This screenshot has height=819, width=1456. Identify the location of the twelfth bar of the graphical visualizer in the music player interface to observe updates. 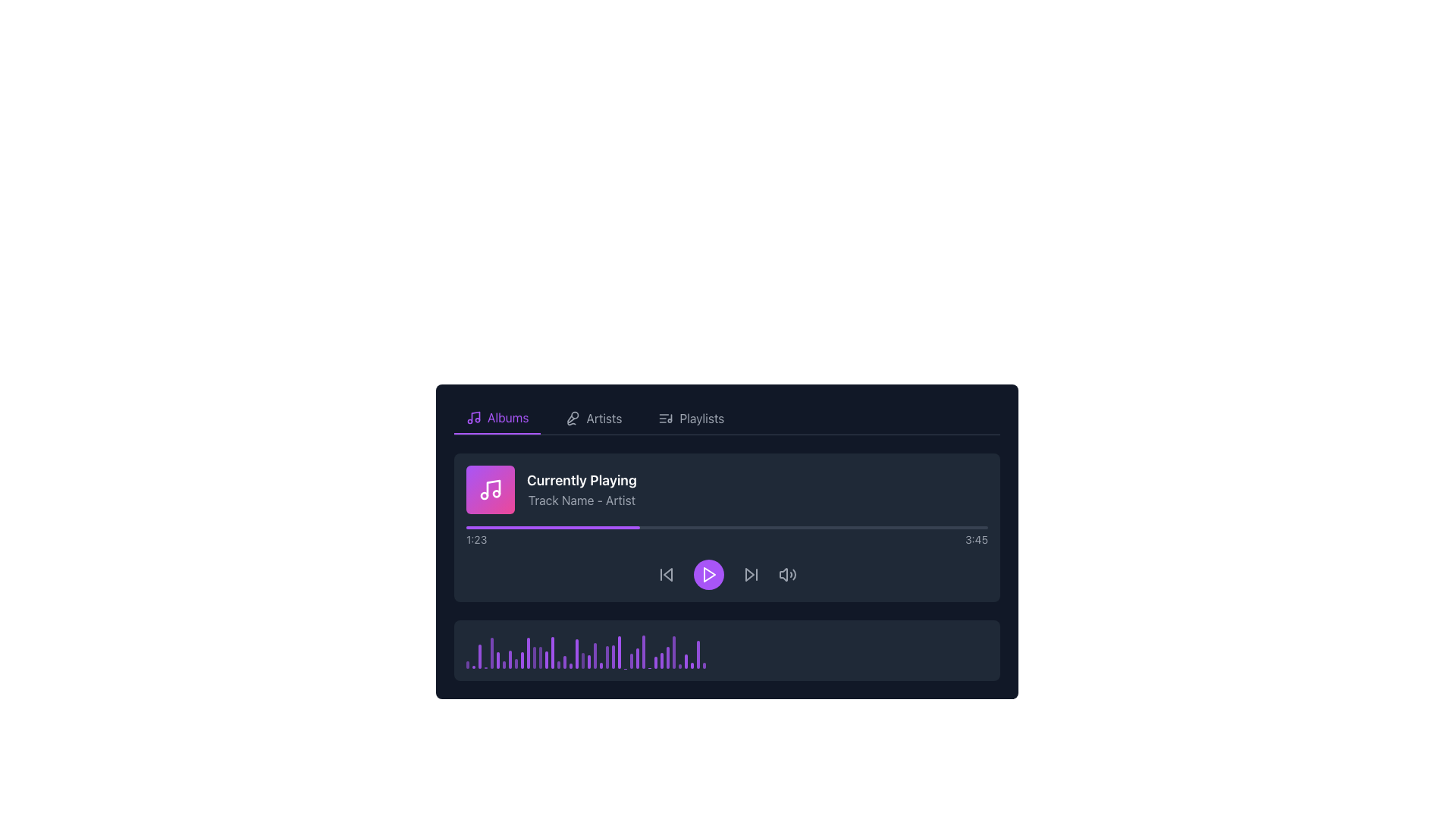
(535, 657).